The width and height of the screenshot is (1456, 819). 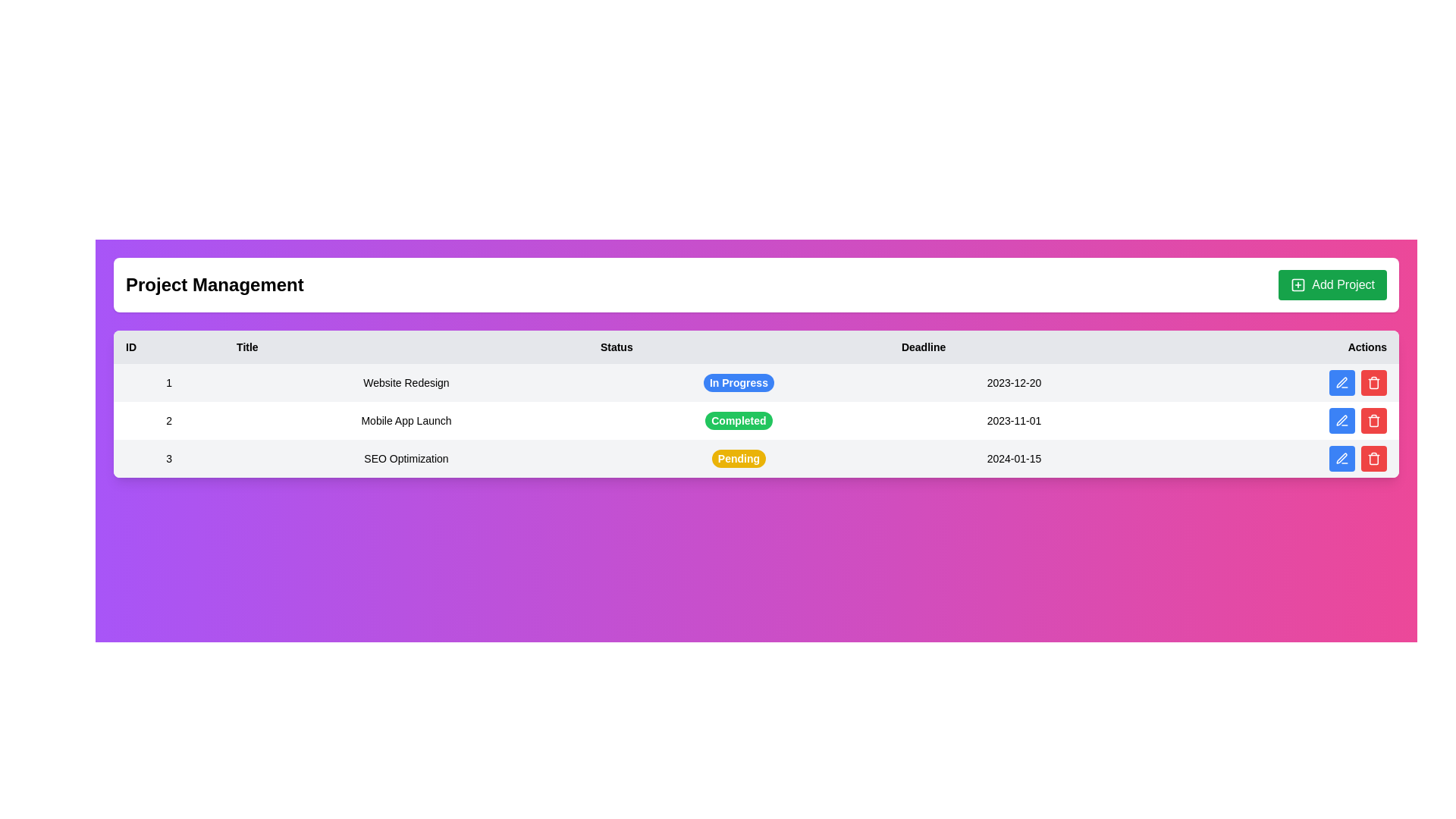 I want to click on the trash bin icon in the Actions column of the third row in the project management table, so click(x=1373, y=383).